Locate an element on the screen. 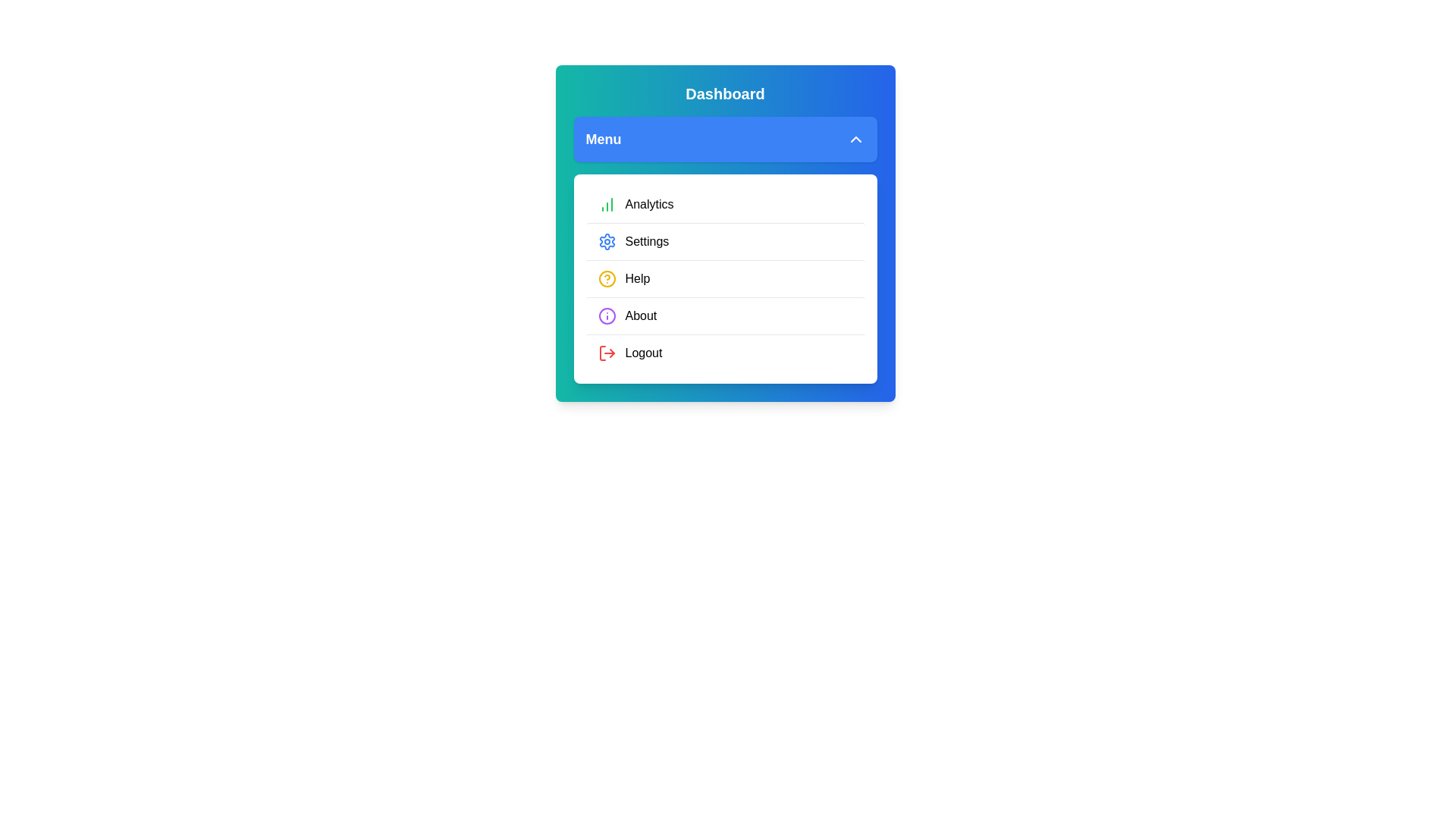 This screenshot has height=819, width=1456. the button located at the far-right side of the 'Menu' bar, which is inside a blue rectangular box at the top of the panel, to toggle or indicate the collapsing or expanding of the menu section below it is located at coordinates (855, 140).